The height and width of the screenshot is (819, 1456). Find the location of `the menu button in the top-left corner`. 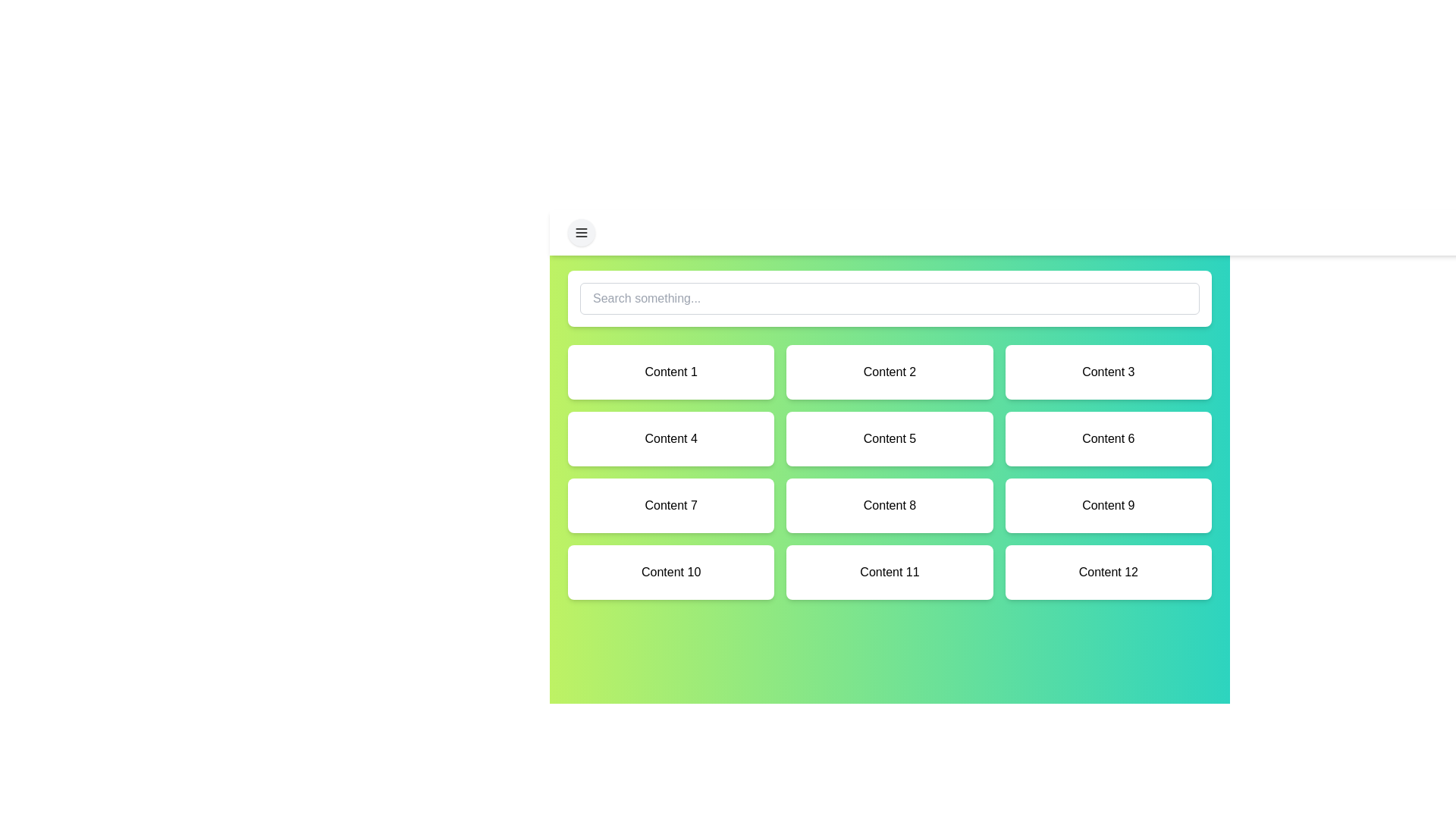

the menu button in the top-left corner is located at coordinates (581, 233).